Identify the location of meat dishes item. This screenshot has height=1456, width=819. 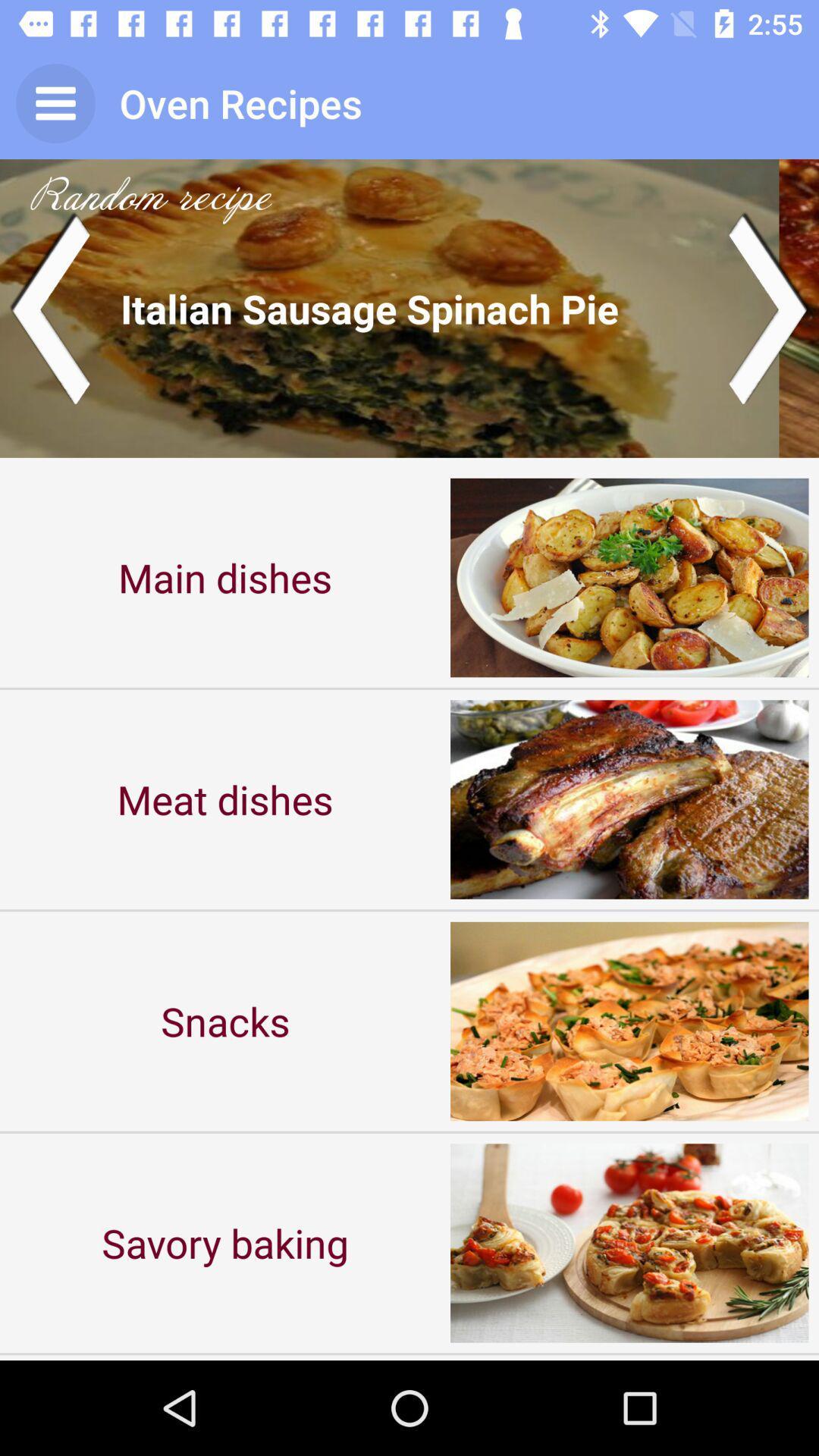
(225, 799).